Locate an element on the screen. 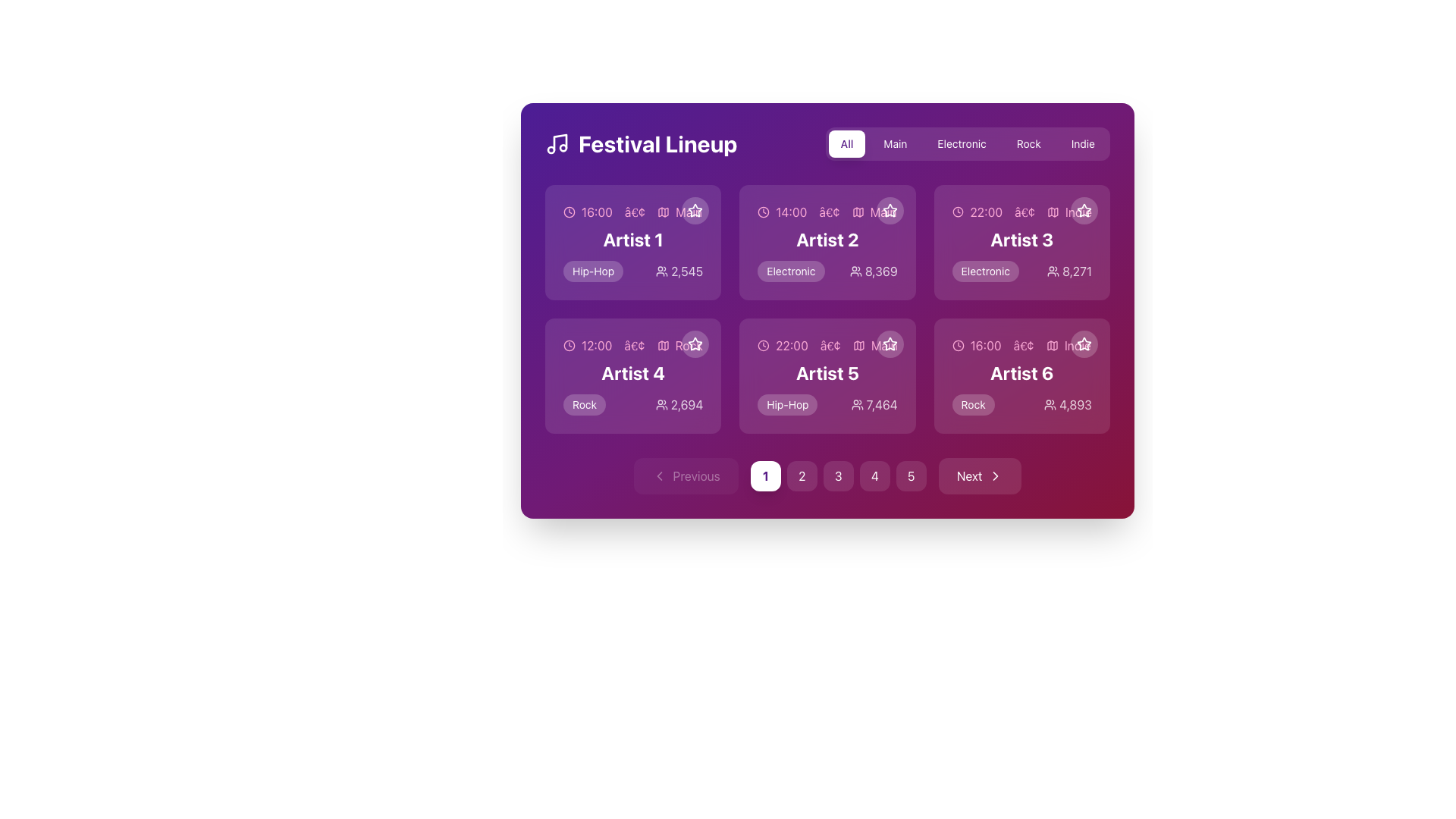 The height and width of the screenshot is (819, 1456). the decorative icon located at the top-left corner of the card for 'Artist 1', which is positioned before the text '16:00' is located at coordinates (568, 212).